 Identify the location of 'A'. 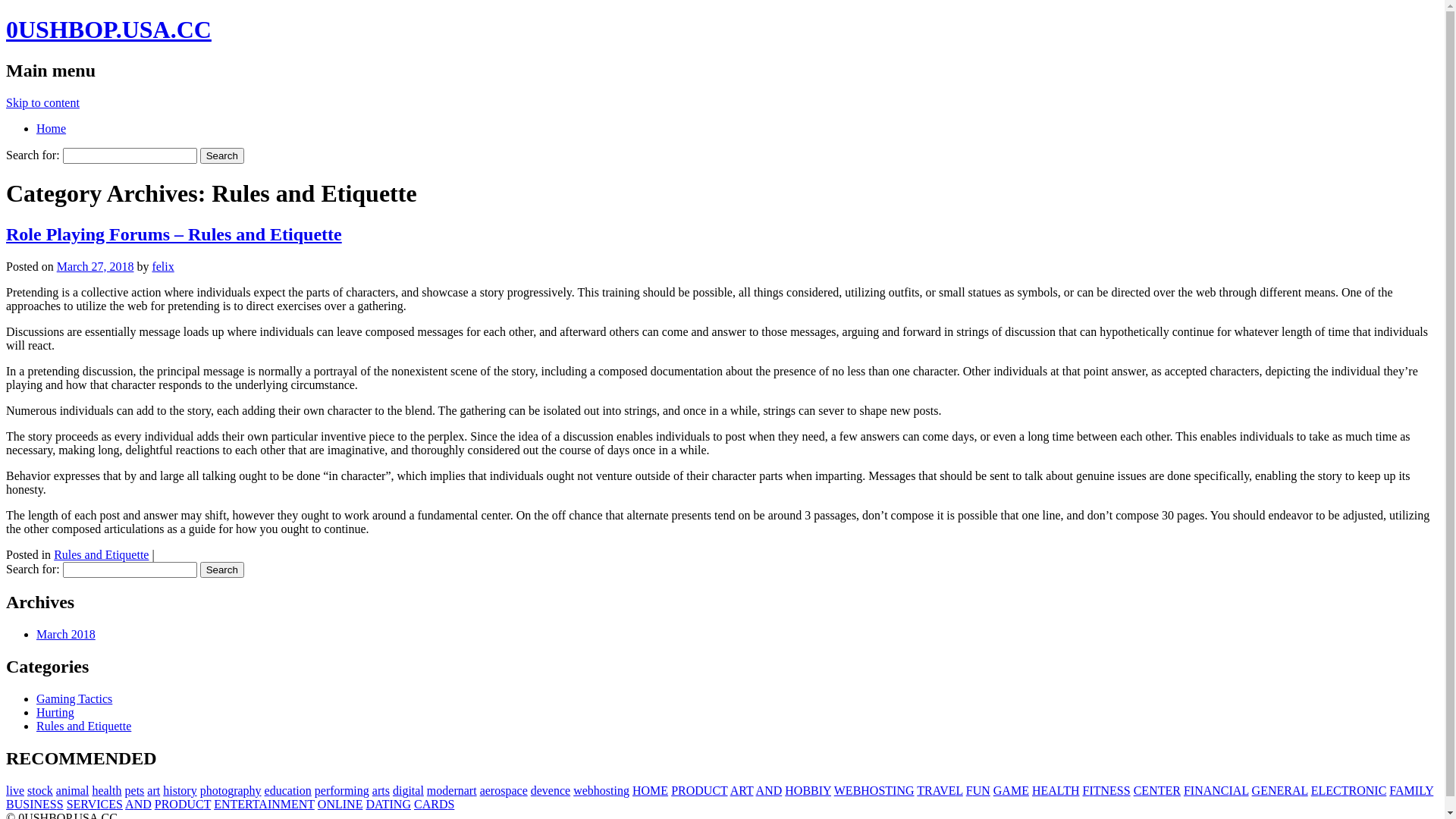
(730, 789).